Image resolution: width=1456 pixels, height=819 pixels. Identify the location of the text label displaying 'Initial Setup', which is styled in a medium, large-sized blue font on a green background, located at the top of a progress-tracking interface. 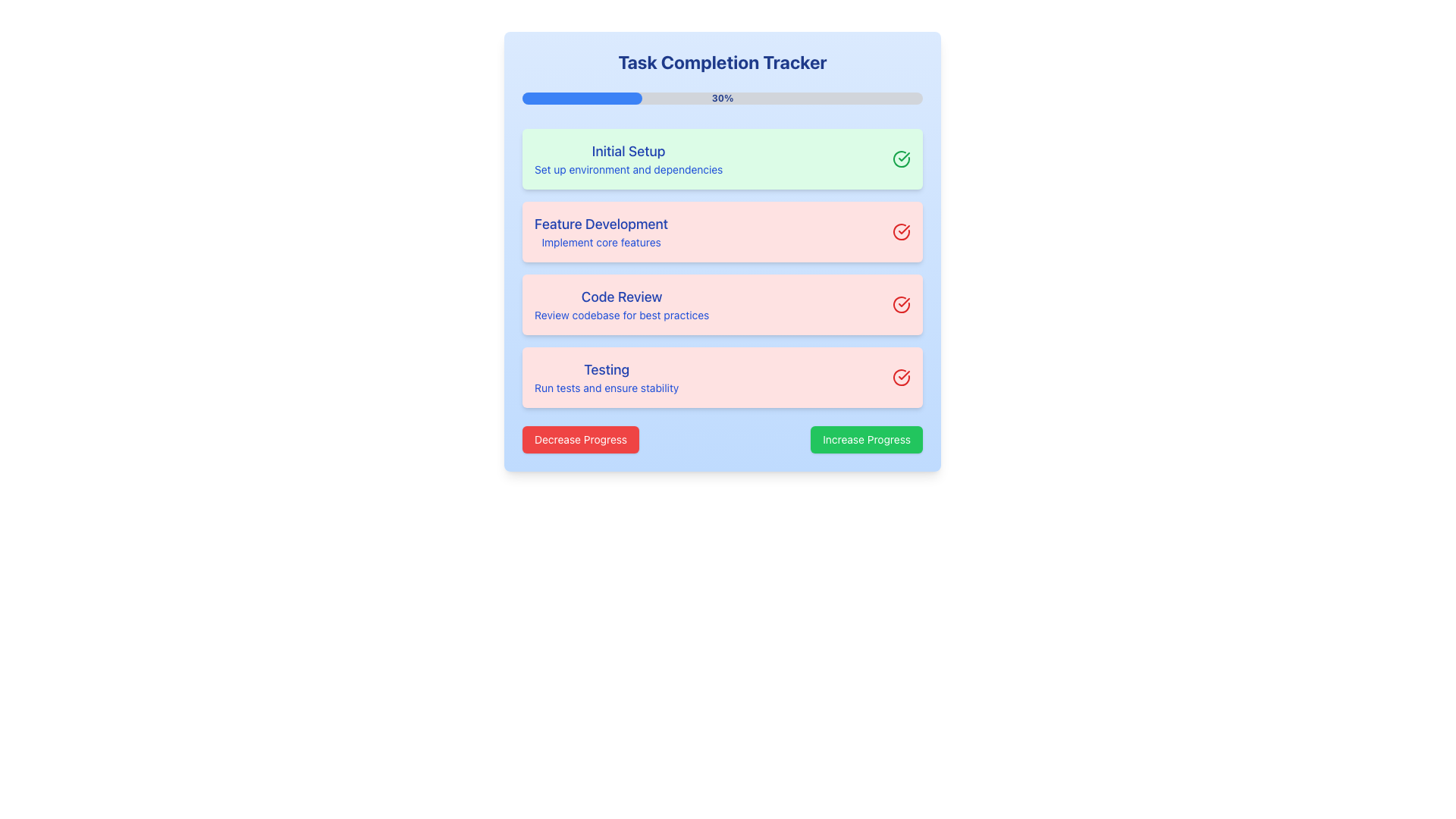
(629, 152).